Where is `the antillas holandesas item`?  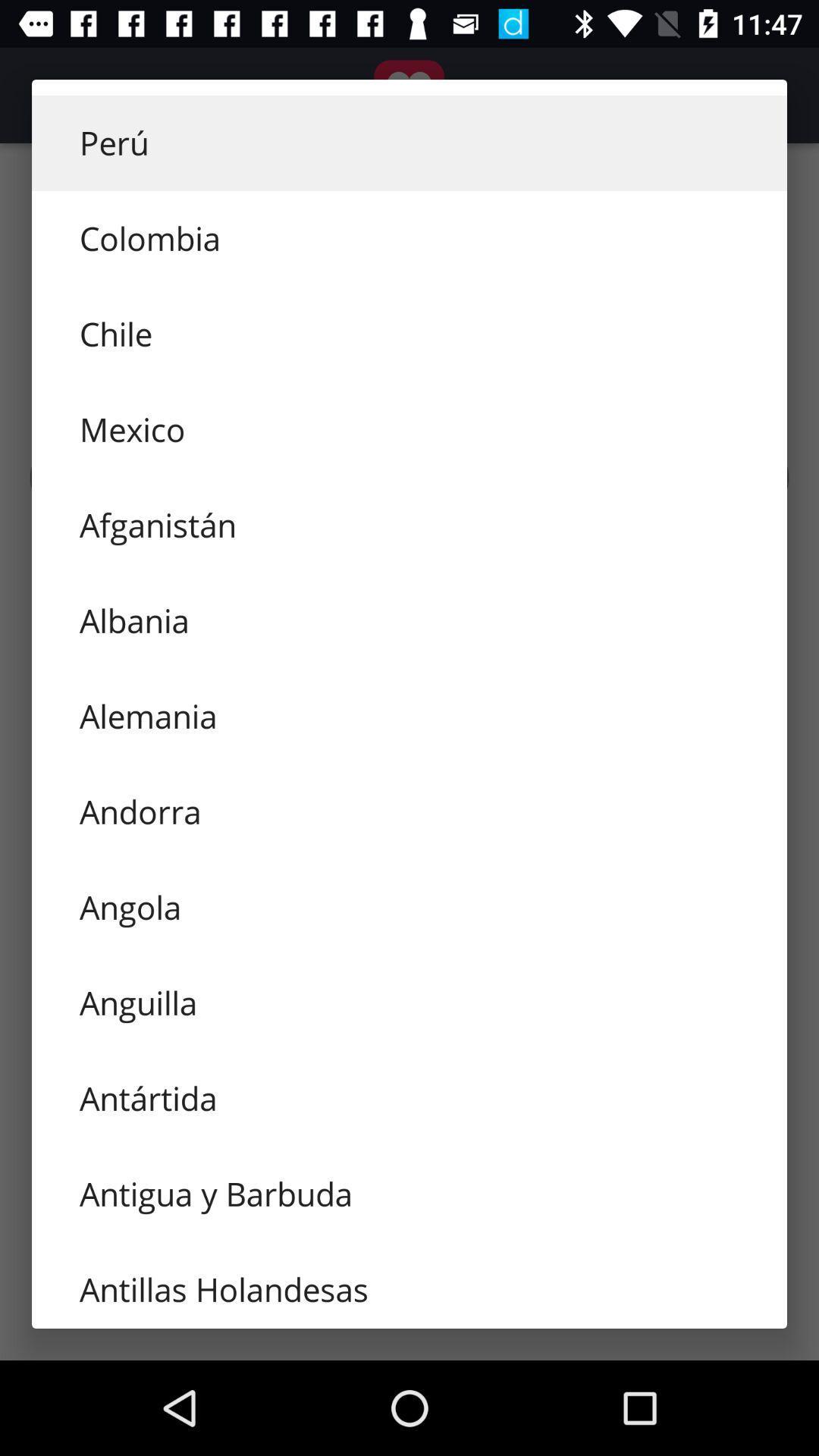 the antillas holandesas item is located at coordinates (409, 1284).